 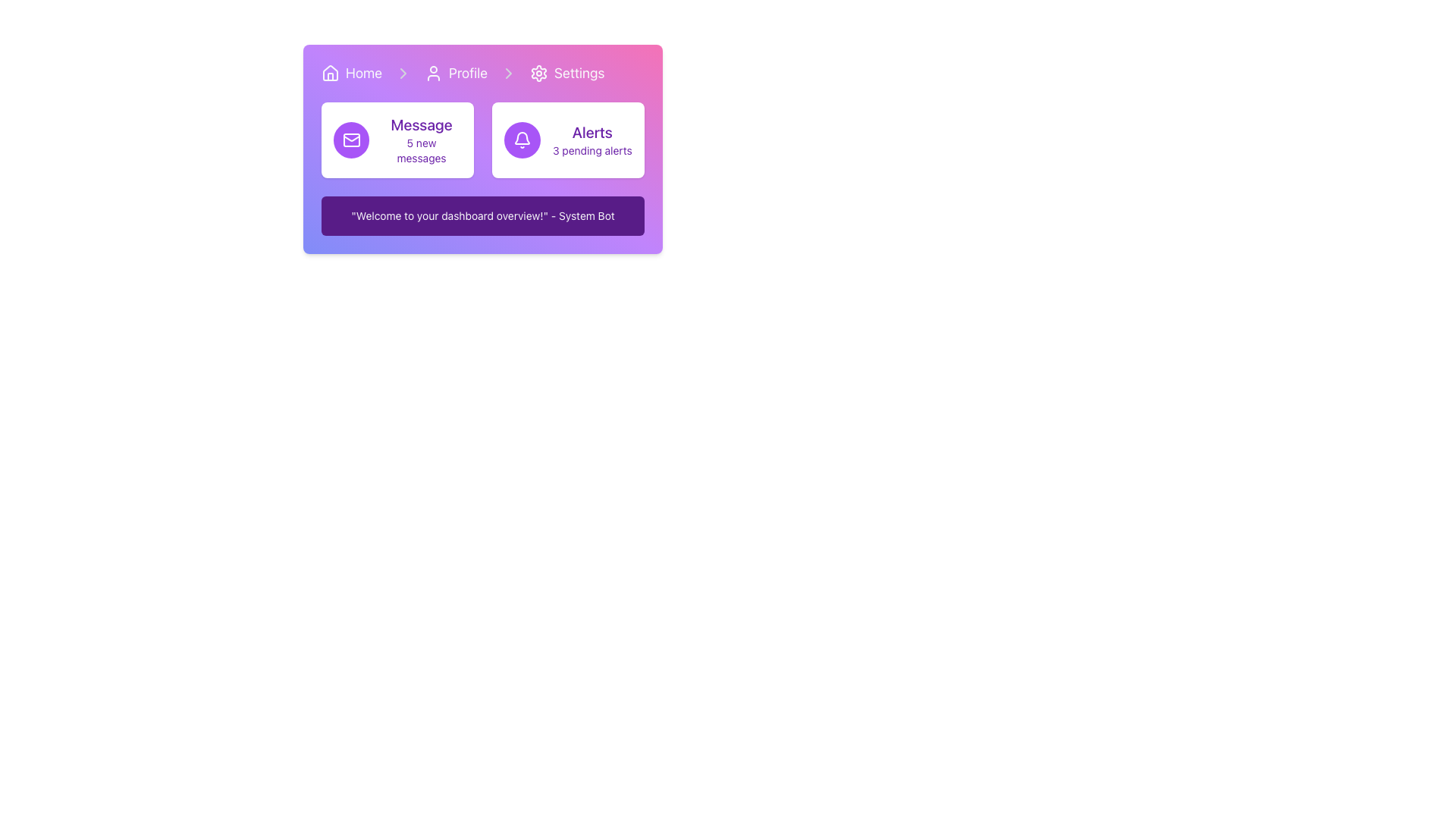 I want to click on the second text component within the 'Alerts' card that indicates the number of pending alerts, so click(x=591, y=151).